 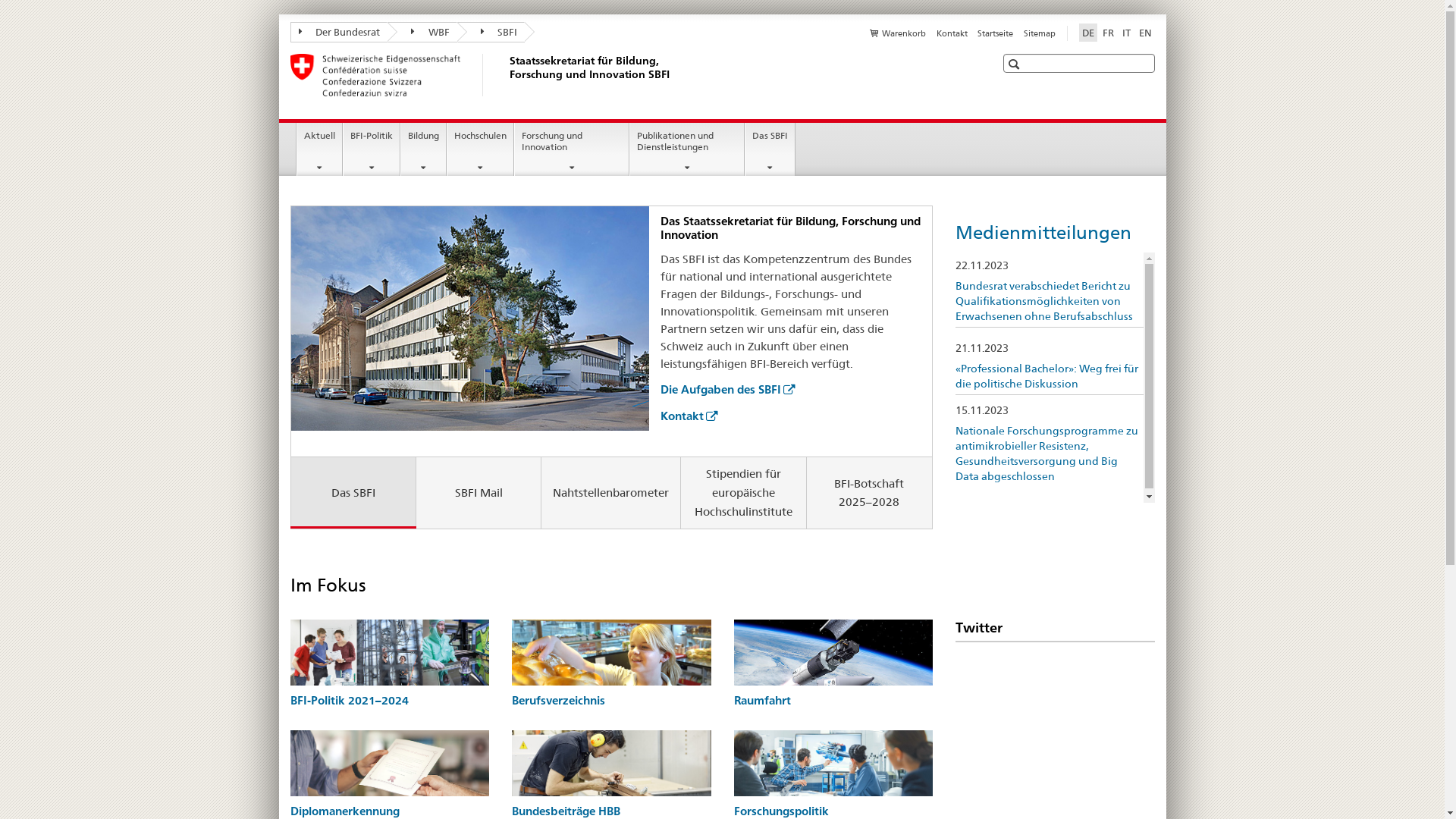 What do you see at coordinates (898, 33) in the screenshot?
I see `'Warenkorb'` at bounding box center [898, 33].